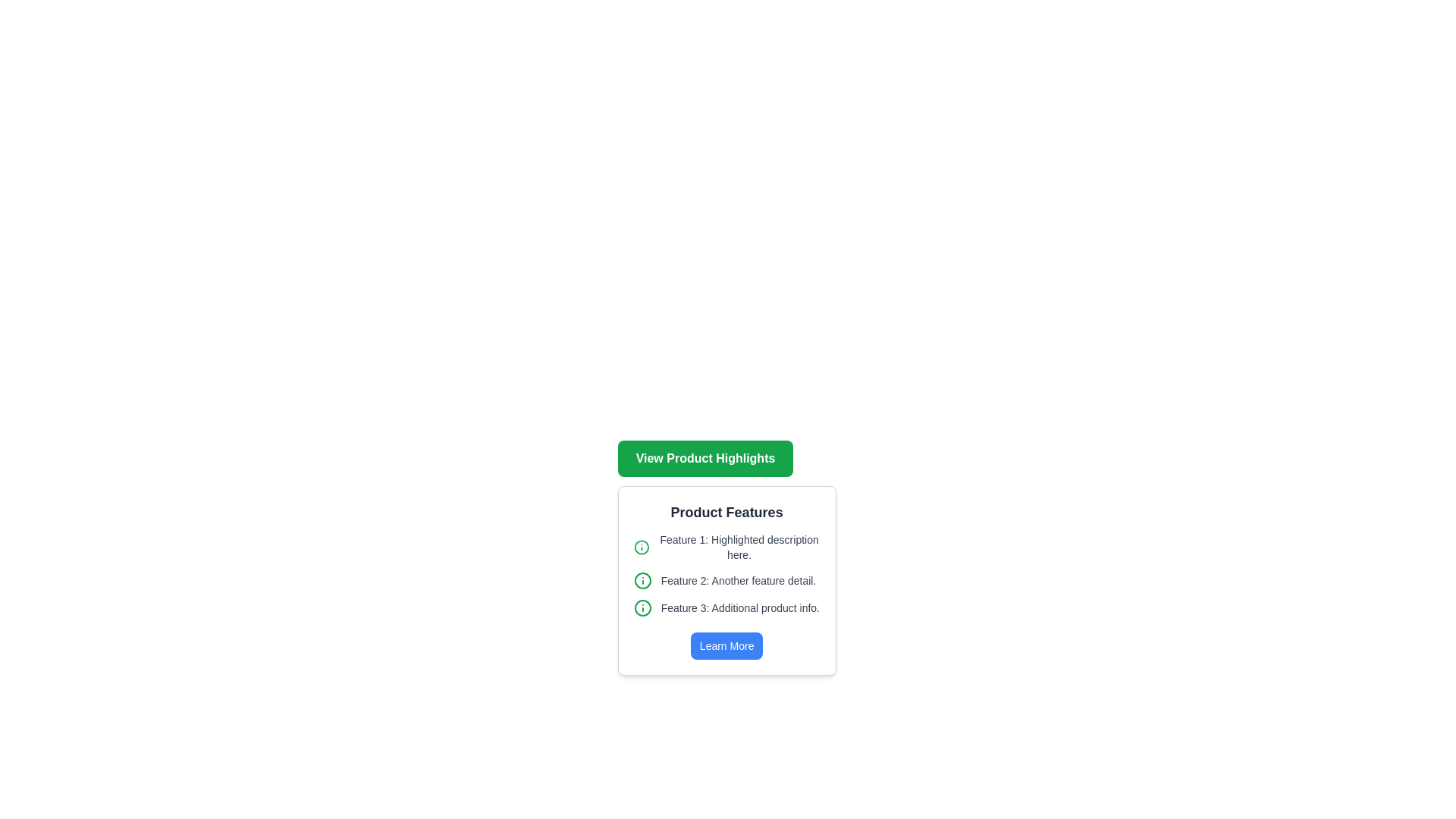 The width and height of the screenshot is (1456, 819). I want to click on the button located at the bottom of the 'Product Features' popup card to observe the hover effect, so click(726, 646).